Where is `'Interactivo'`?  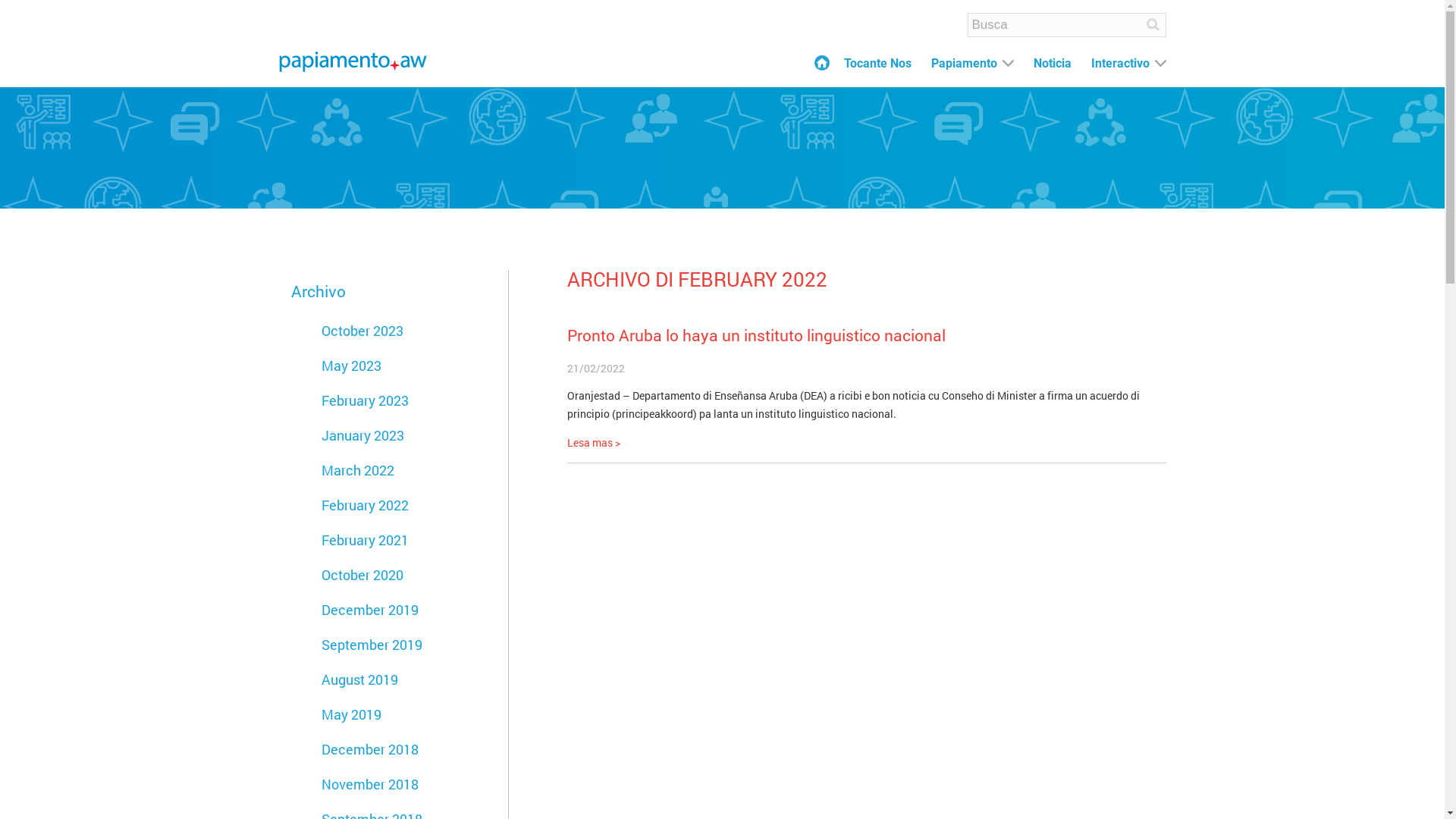
'Interactivo' is located at coordinates (1090, 63).